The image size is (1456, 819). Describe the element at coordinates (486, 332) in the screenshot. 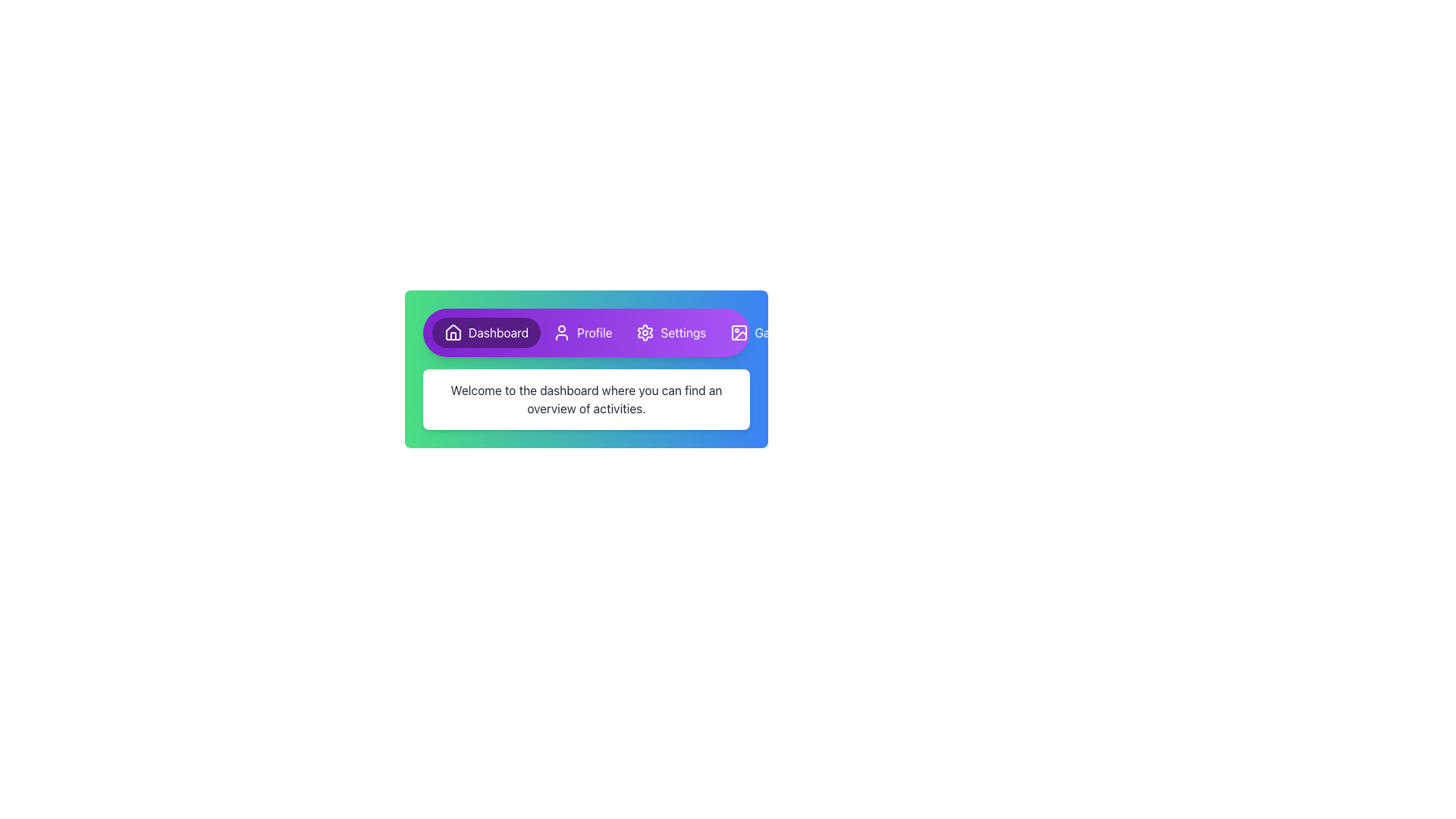

I see `the 'Dashboard' button, which is a rounded rectangular button with a purple background and white text` at that location.